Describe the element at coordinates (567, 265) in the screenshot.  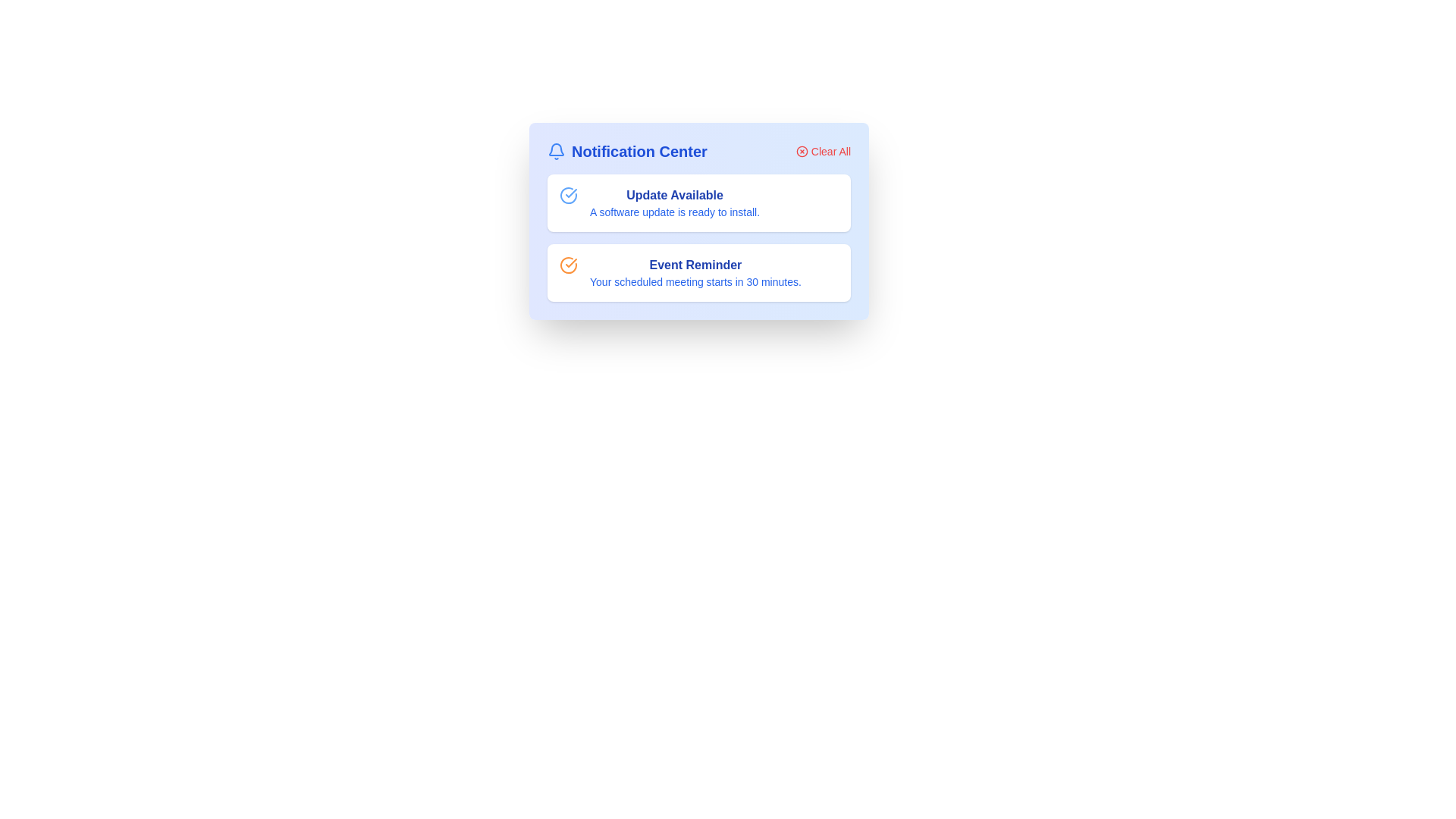
I see `the icon associated with the reminder text located in the lower section of the 'Notification Center' card, labeled 'Event Reminder'` at that location.